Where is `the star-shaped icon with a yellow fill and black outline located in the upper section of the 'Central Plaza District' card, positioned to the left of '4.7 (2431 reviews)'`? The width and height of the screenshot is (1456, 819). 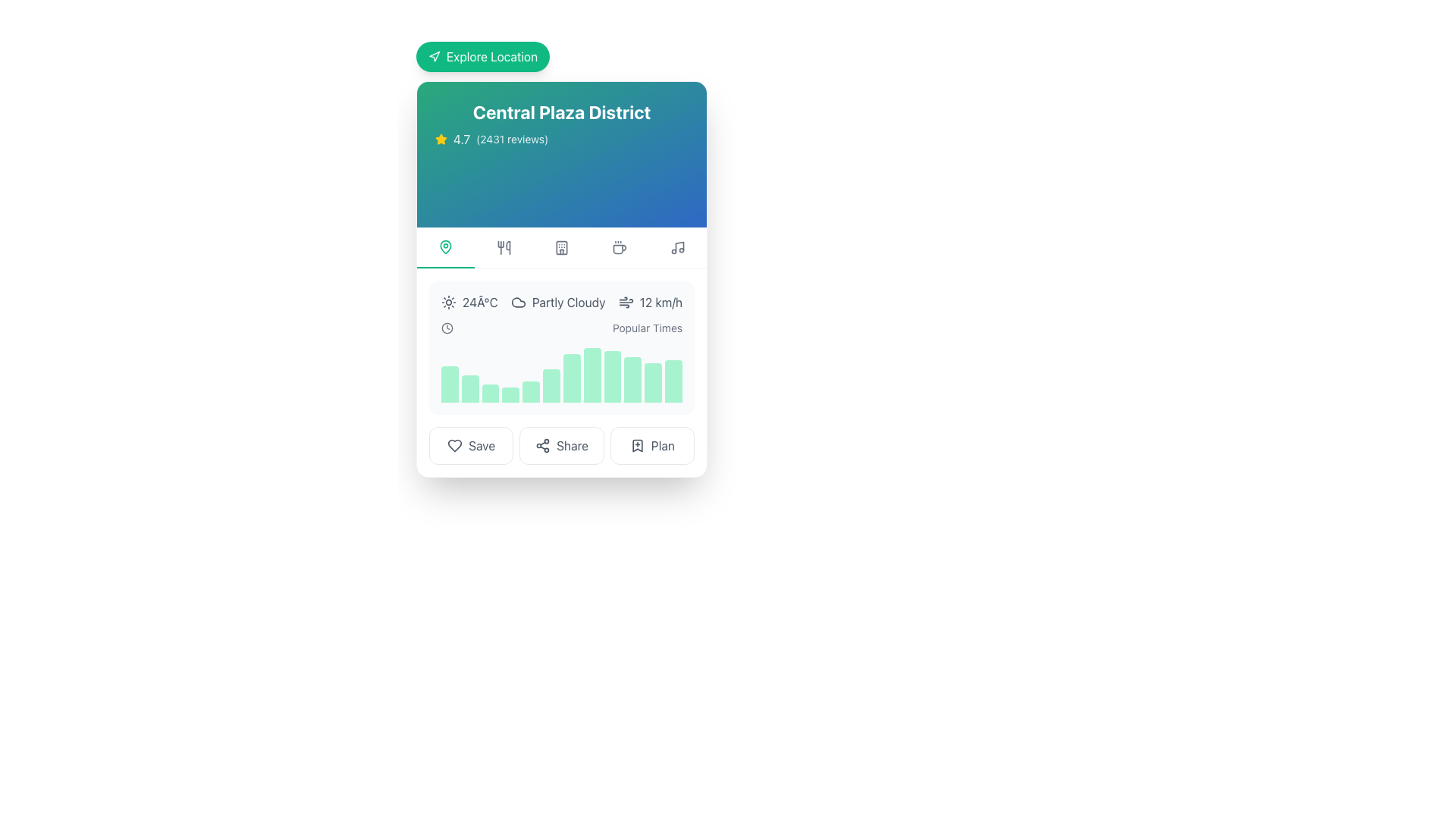 the star-shaped icon with a yellow fill and black outline located in the upper section of the 'Central Plaza District' card, positioned to the left of '4.7 (2431 reviews)' is located at coordinates (440, 139).